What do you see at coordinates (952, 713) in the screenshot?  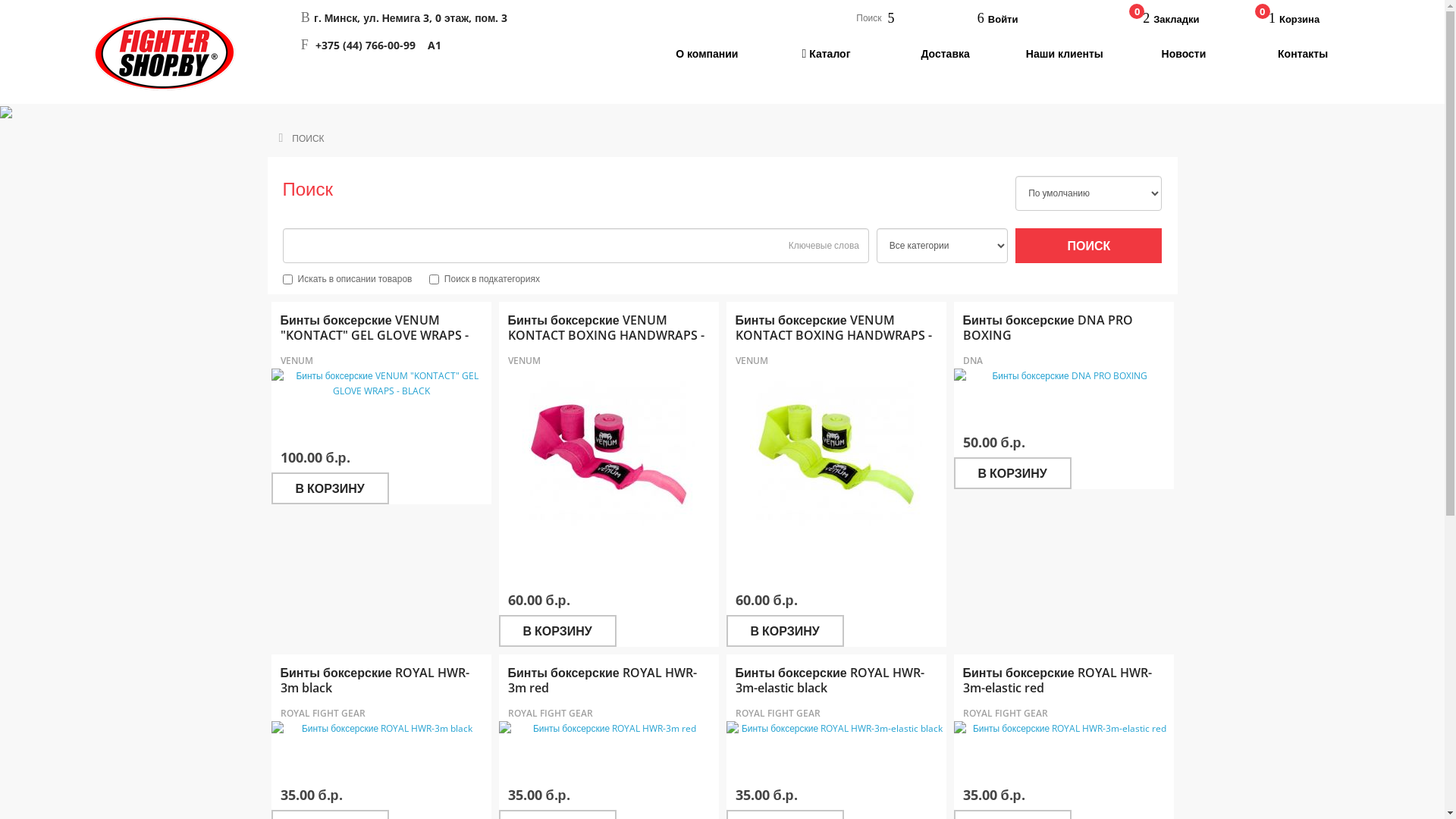 I see `'ROYAL FIGHT GEAR'` at bounding box center [952, 713].